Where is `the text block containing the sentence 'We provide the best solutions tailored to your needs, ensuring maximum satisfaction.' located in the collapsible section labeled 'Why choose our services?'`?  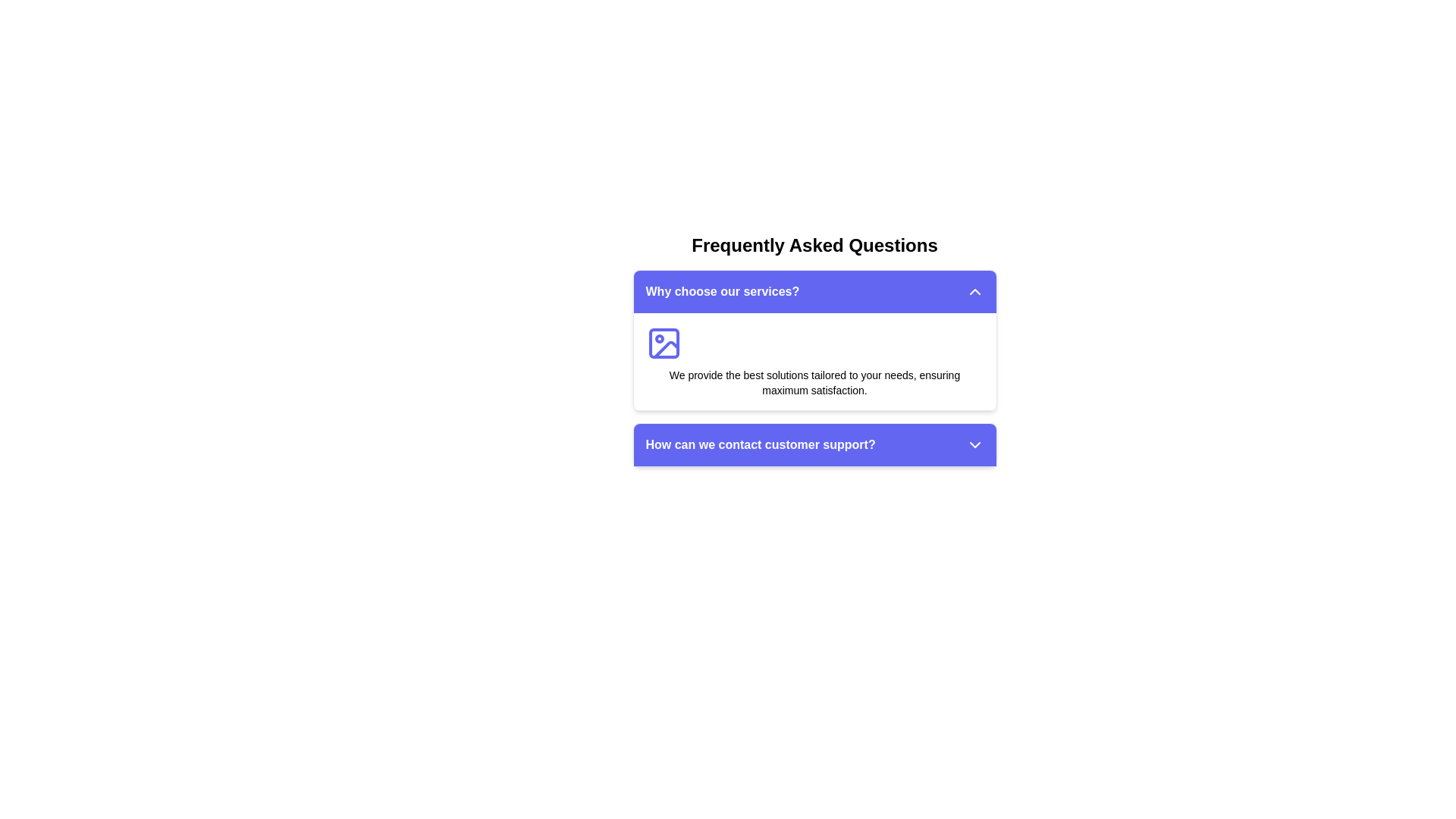 the text block containing the sentence 'We provide the best solutions tailored to your needs, ensuring maximum satisfaction.' located in the collapsible section labeled 'Why choose our services?' is located at coordinates (814, 382).